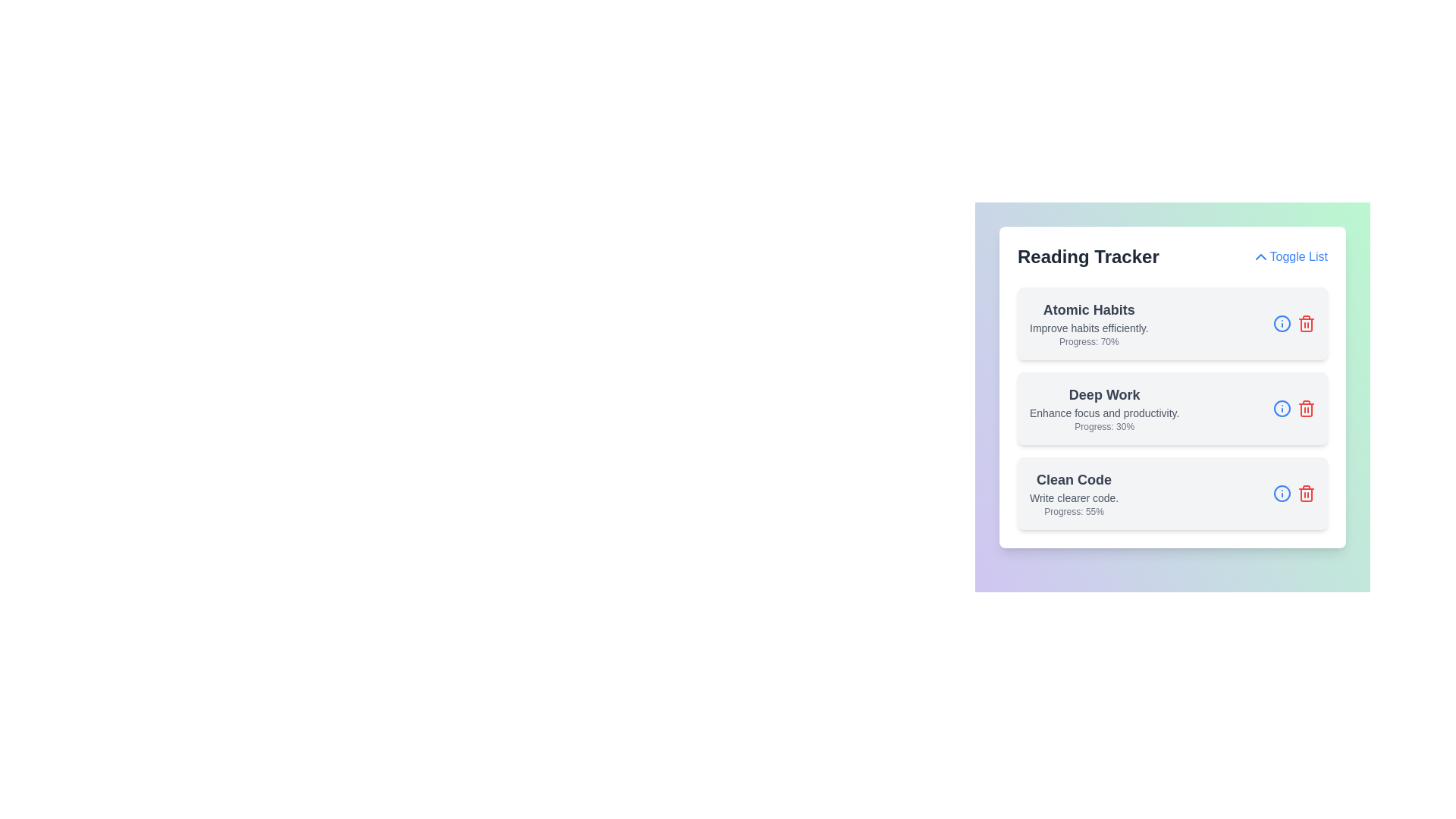  Describe the element at coordinates (1073, 479) in the screenshot. I see `text content of the 'Clean Code' label, which is a large, bold, dark gray text in the Reading Tracker section` at that location.